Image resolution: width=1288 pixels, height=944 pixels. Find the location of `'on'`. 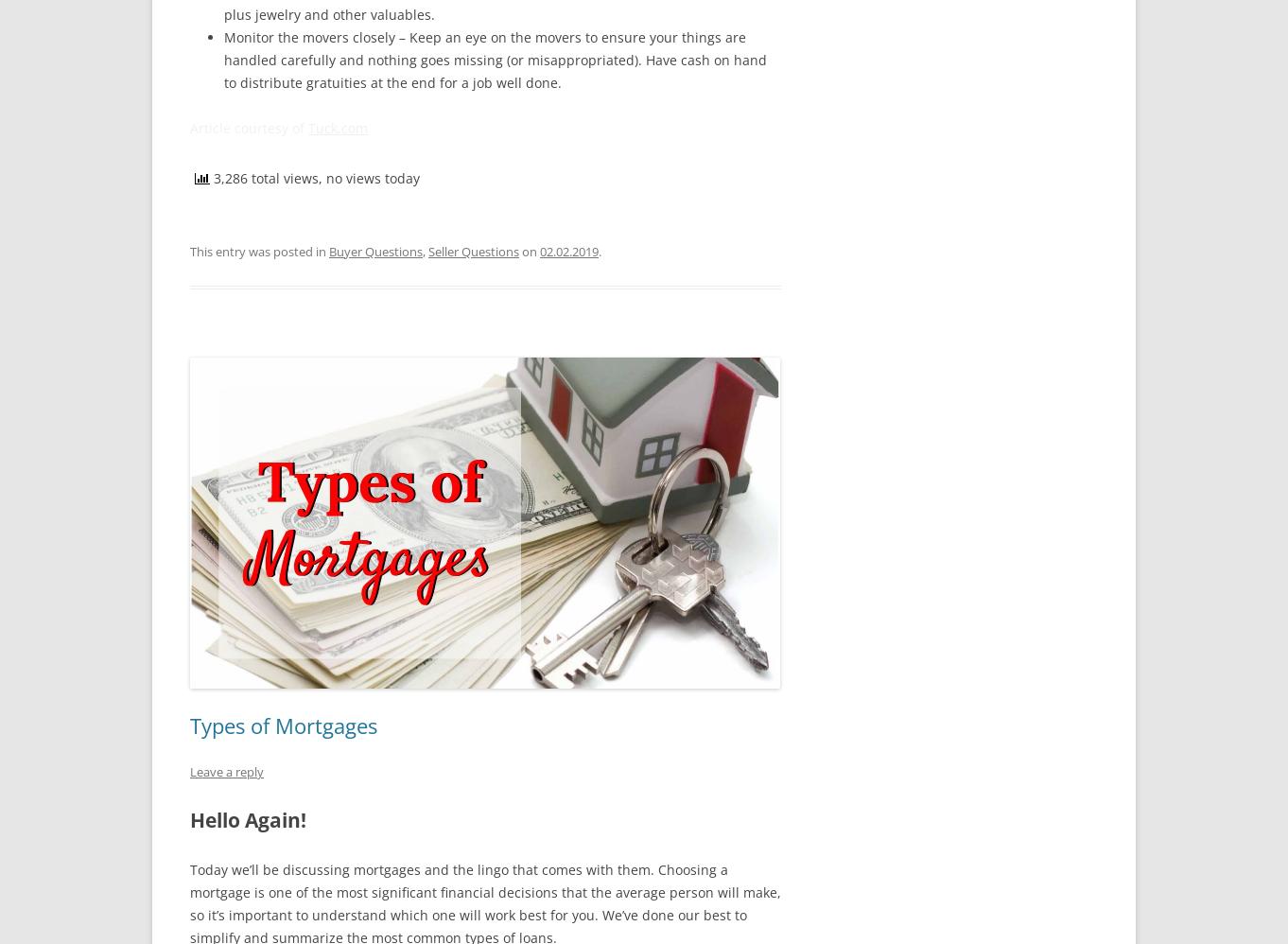

'on' is located at coordinates (519, 250).